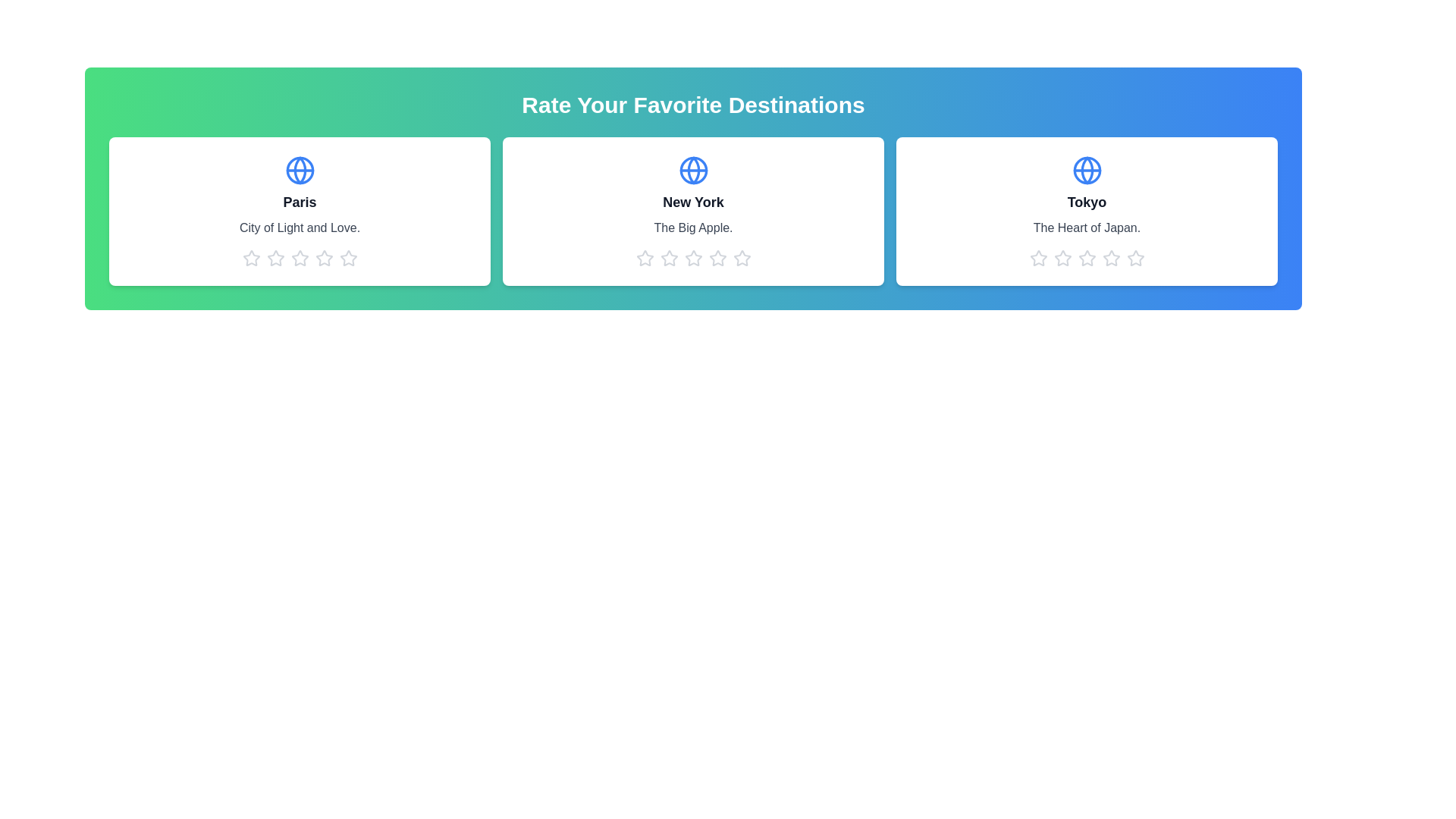  I want to click on the 1 star icon for the destination Tokyo, so click(1037, 257).